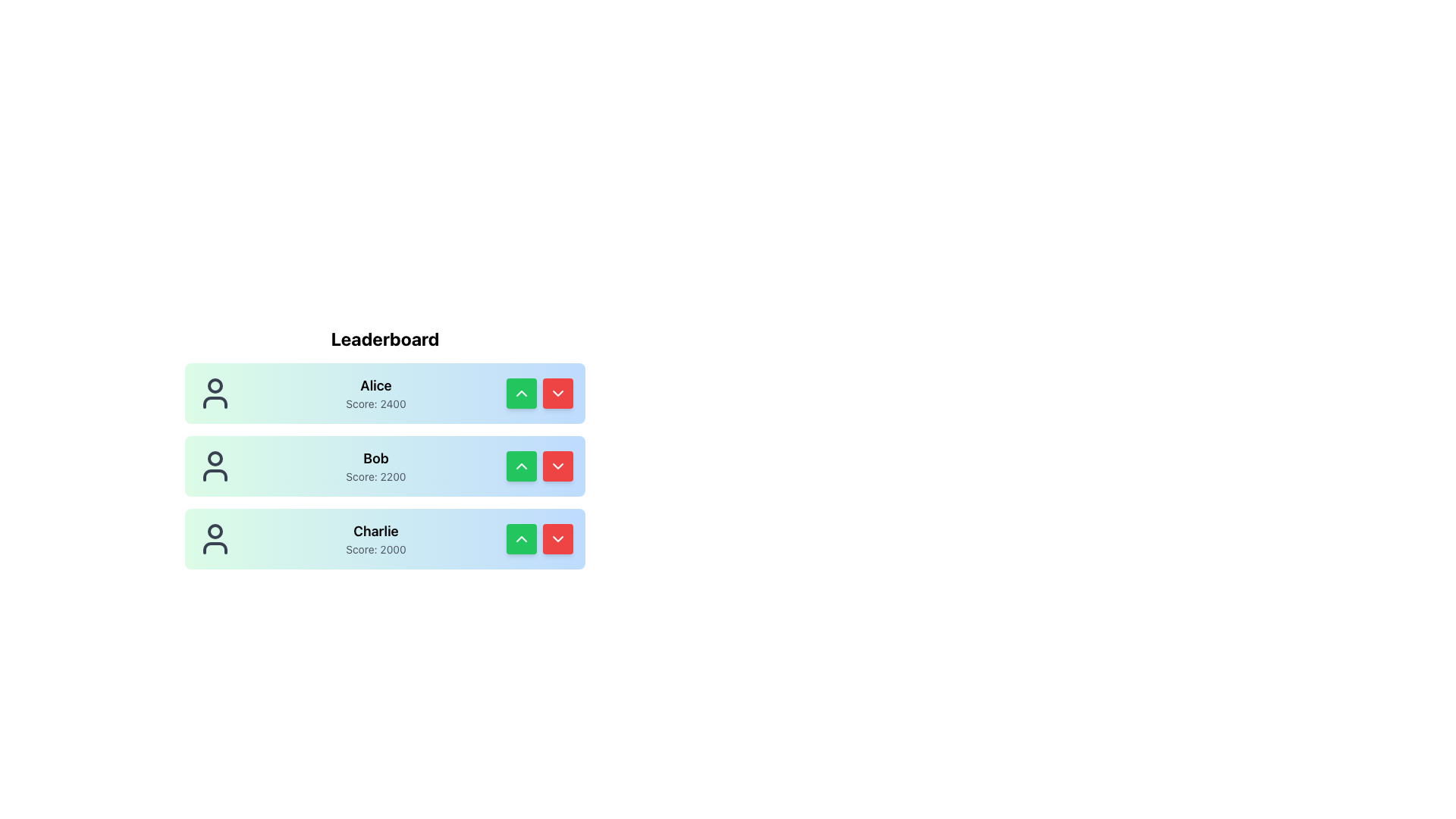 The width and height of the screenshot is (1456, 819). What do you see at coordinates (214, 538) in the screenshot?
I see `the SVG user silhouette icon, which is dark gray and positioned to the far left of the user 'Charlie' in the leaderboard, being the third icon in a vertical sequence` at bounding box center [214, 538].